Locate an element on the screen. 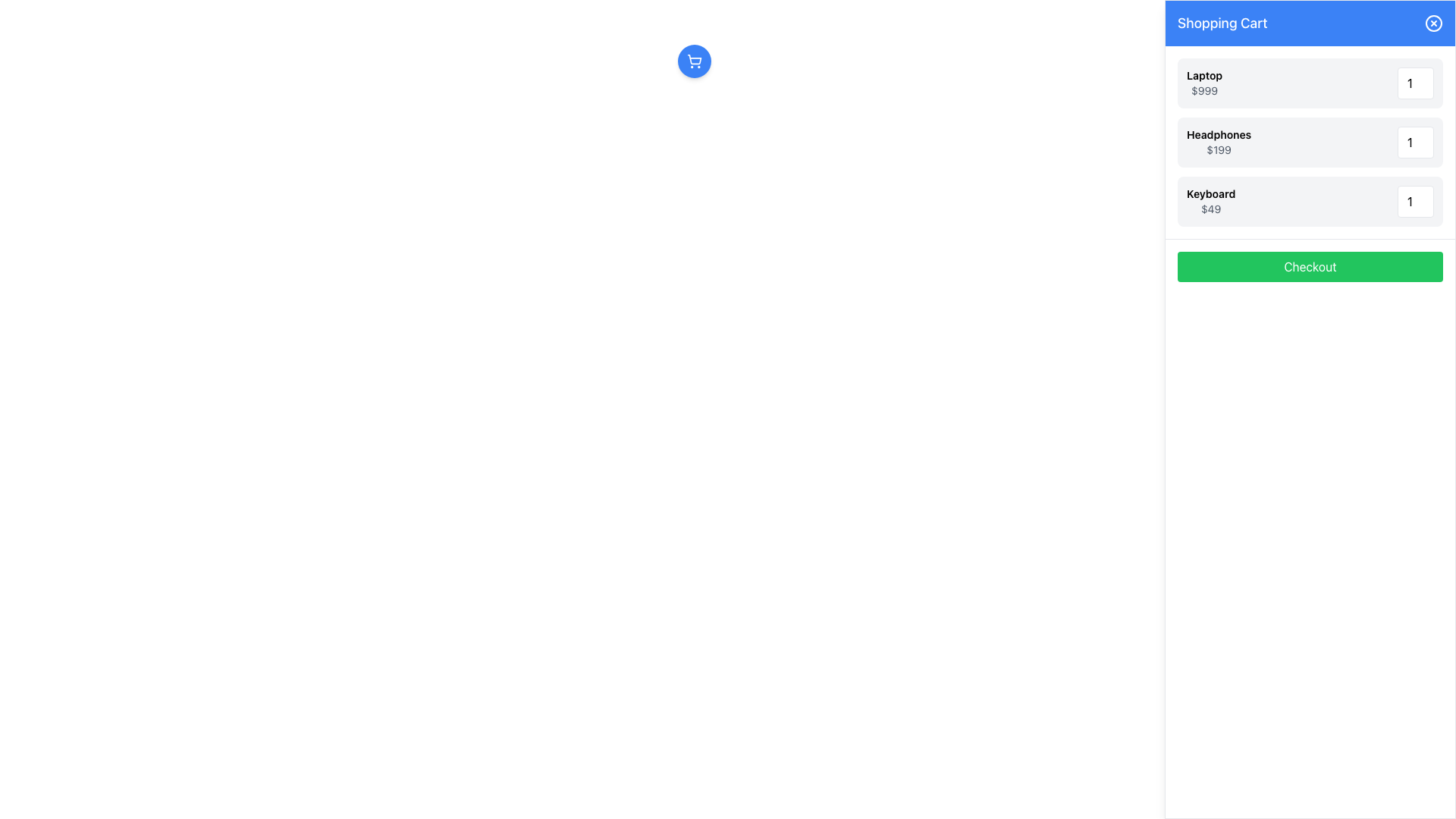 The height and width of the screenshot is (819, 1456). the text display showing the price '$49' in the shopping cart interface, located beneath the 'Keyboard' label and next to the quantity selector is located at coordinates (1210, 209).